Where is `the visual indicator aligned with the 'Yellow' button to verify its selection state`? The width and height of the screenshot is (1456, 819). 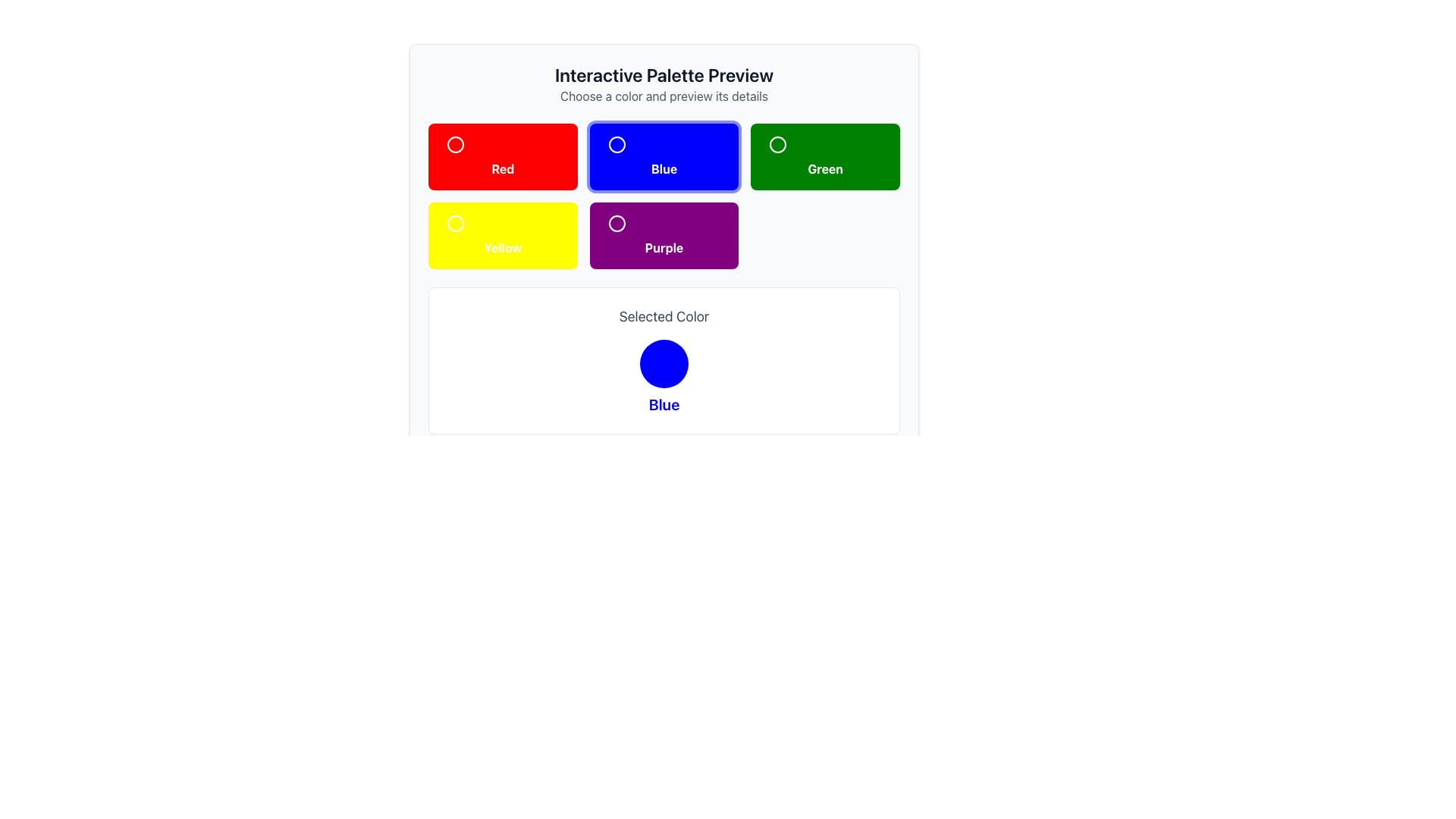 the visual indicator aligned with the 'Yellow' button to verify its selection state is located at coordinates (454, 223).